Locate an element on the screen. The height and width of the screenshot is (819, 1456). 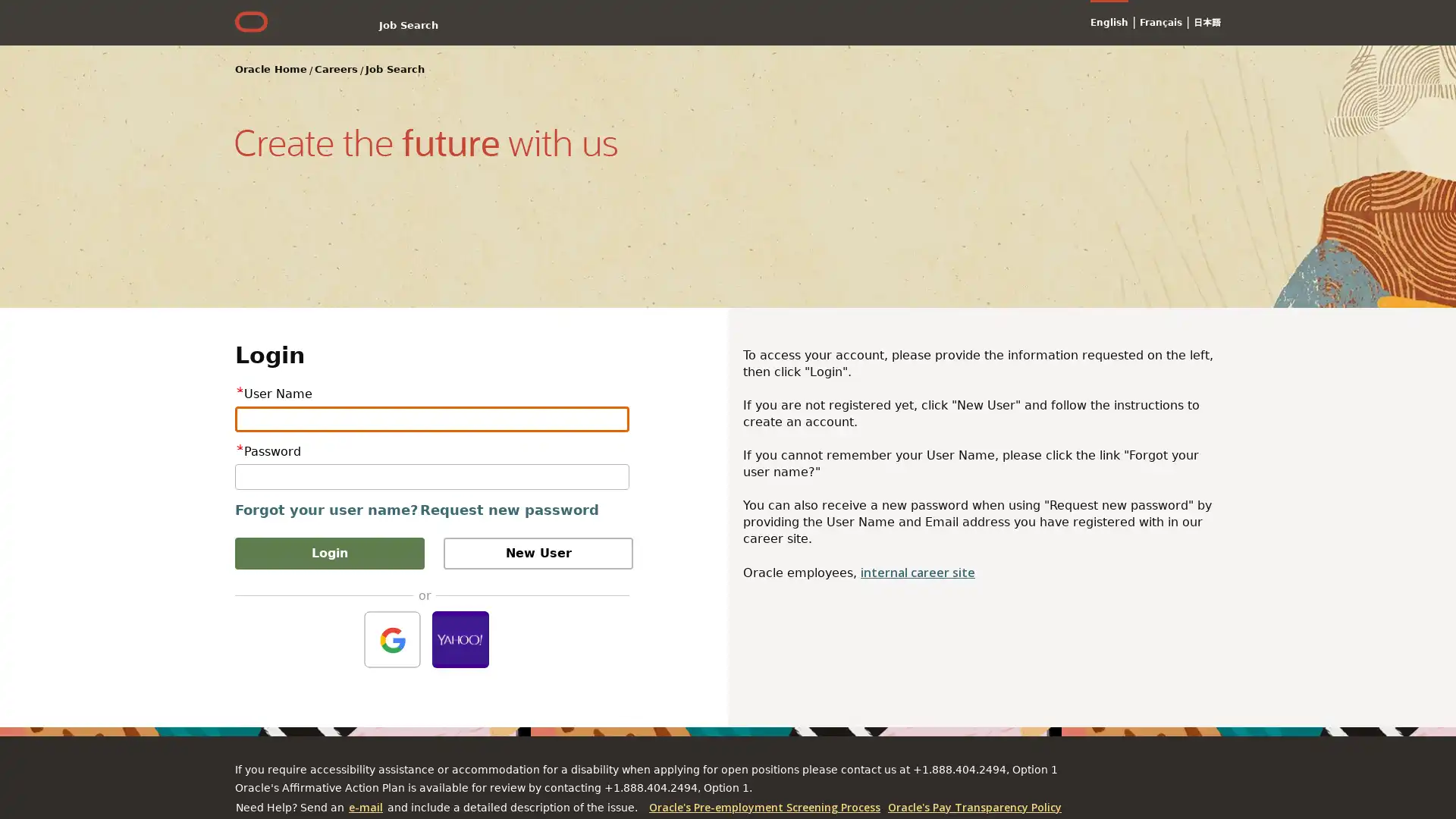
New User is located at coordinates (538, 553).